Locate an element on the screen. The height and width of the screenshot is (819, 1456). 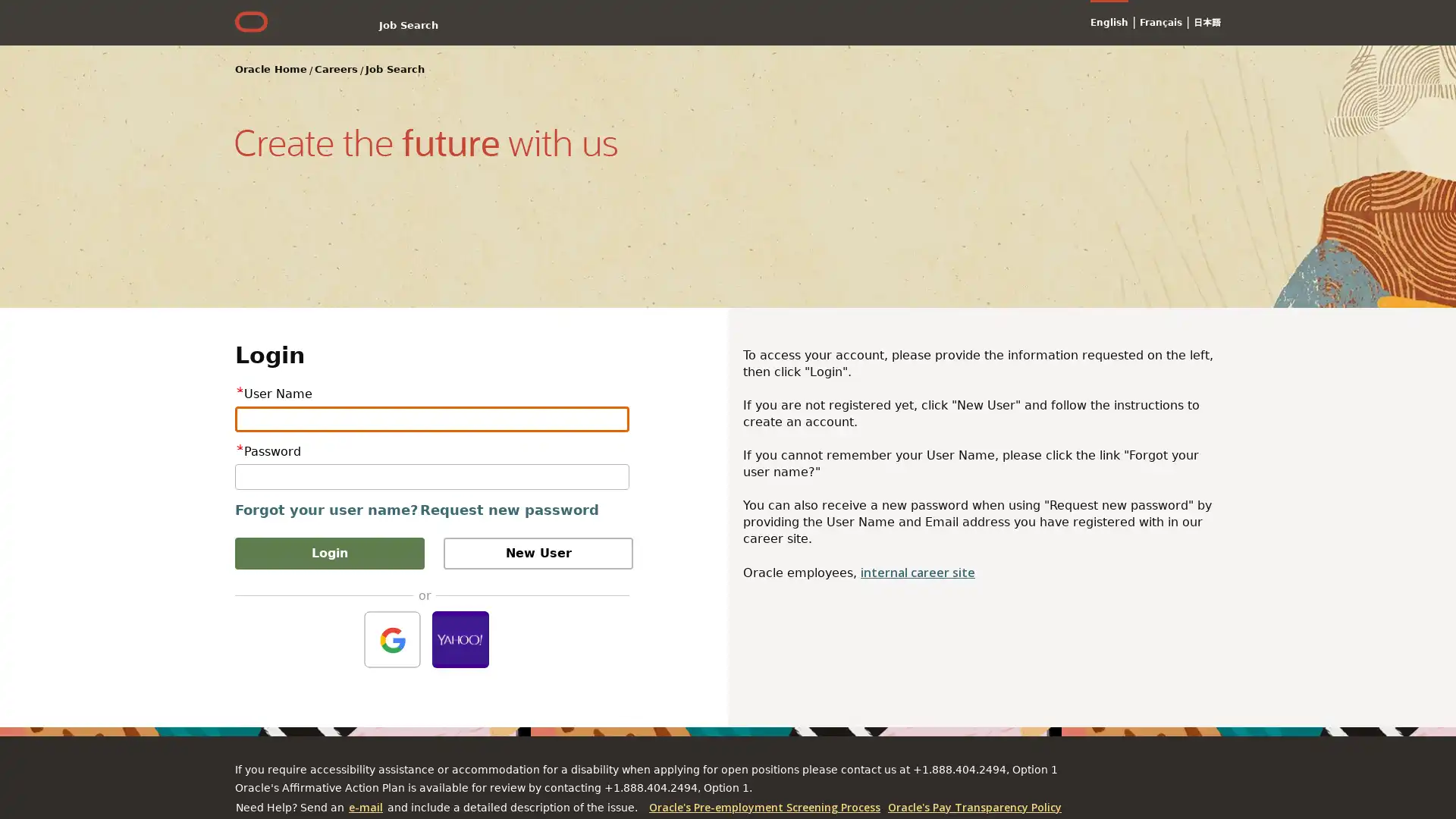
New User is located at coordinates (538, 553).